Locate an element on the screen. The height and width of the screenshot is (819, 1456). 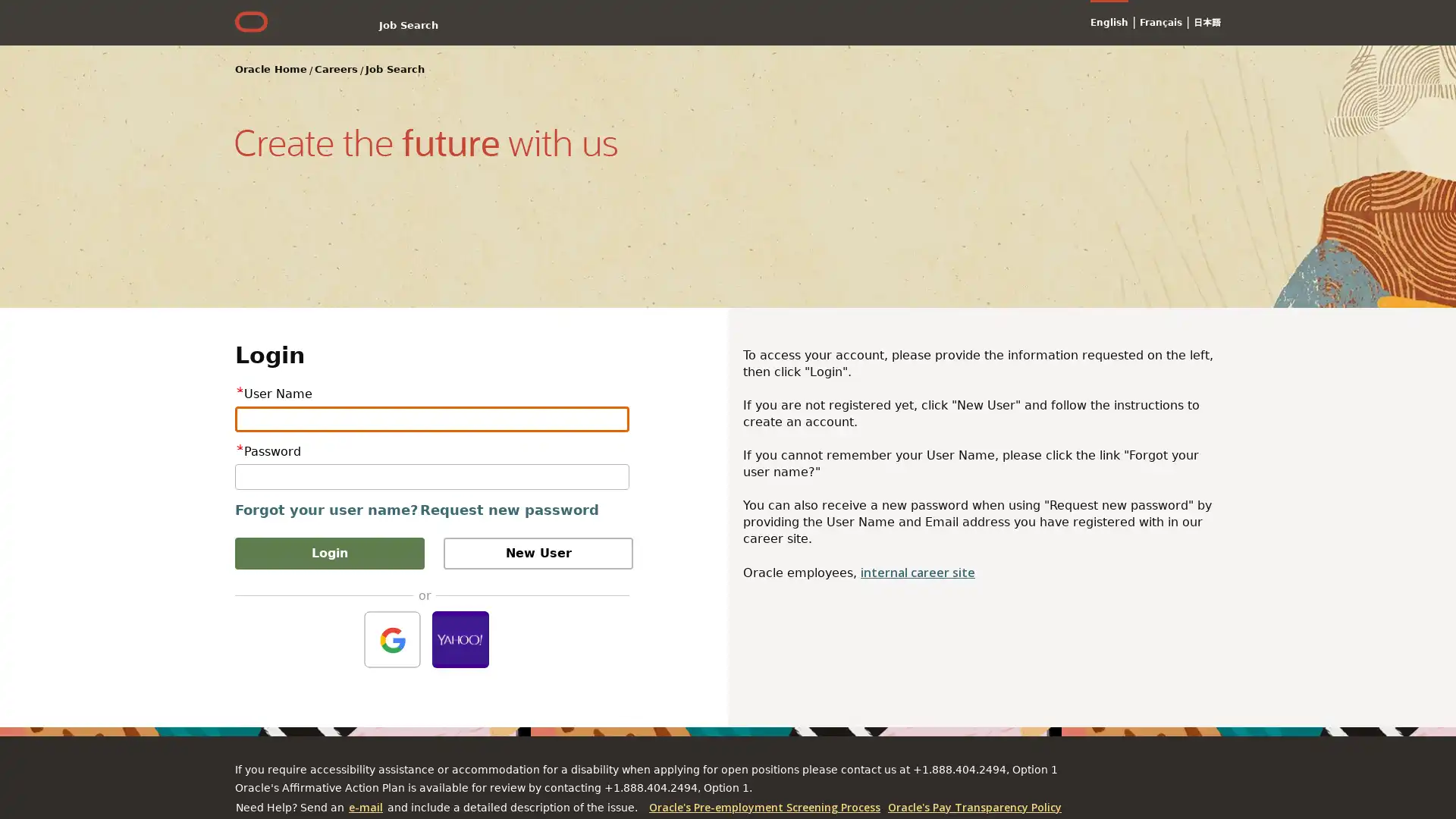
New User is located at coordinates (538, 553).